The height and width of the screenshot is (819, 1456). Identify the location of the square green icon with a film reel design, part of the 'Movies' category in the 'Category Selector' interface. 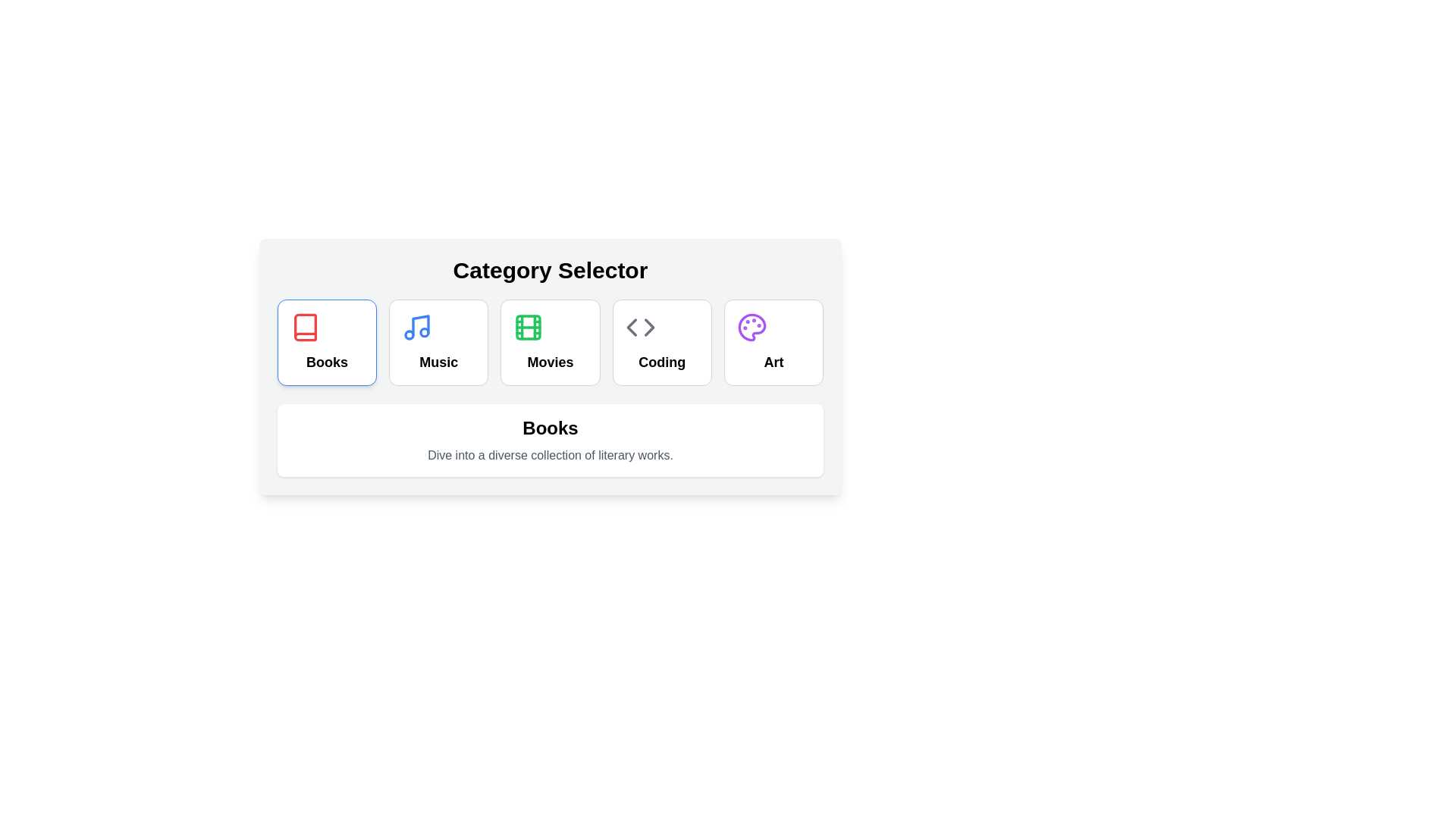
(529, 327).